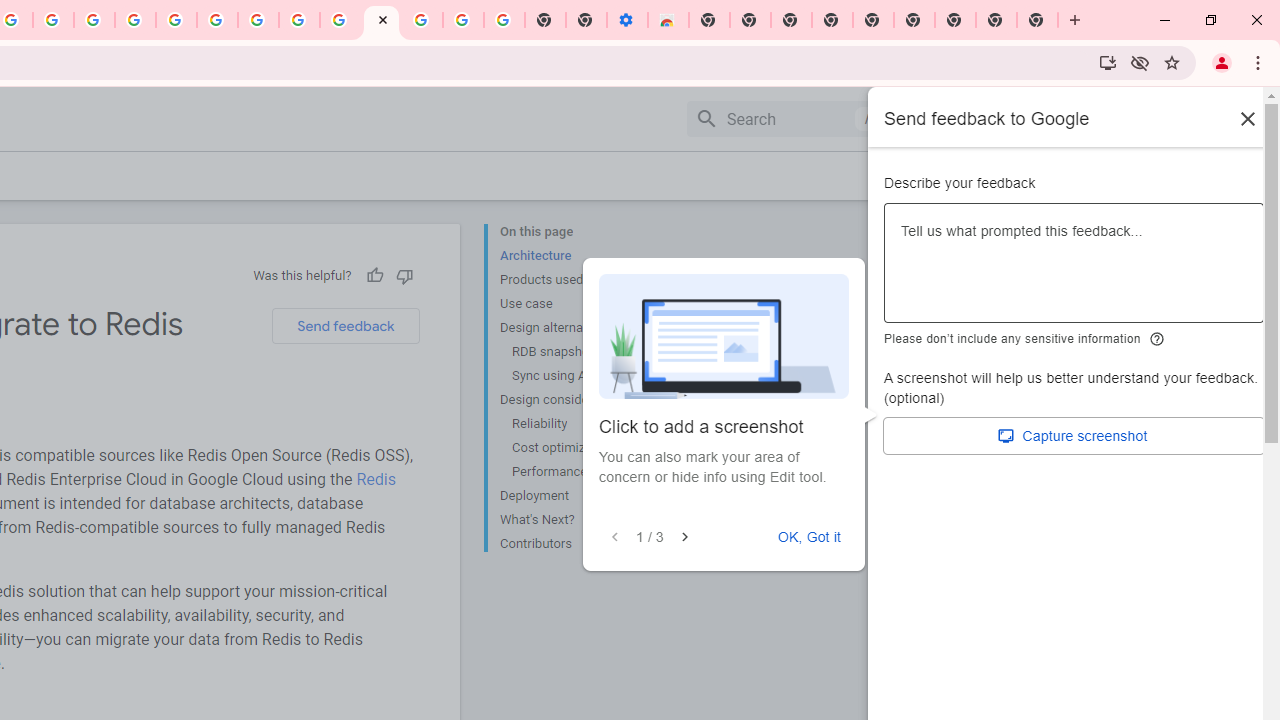 This screenshot has width=1280, height=720. What do you see at coordinates (374, 275) in the screenshot?
I see `'Helpful'` at bounding box center [374, 275].